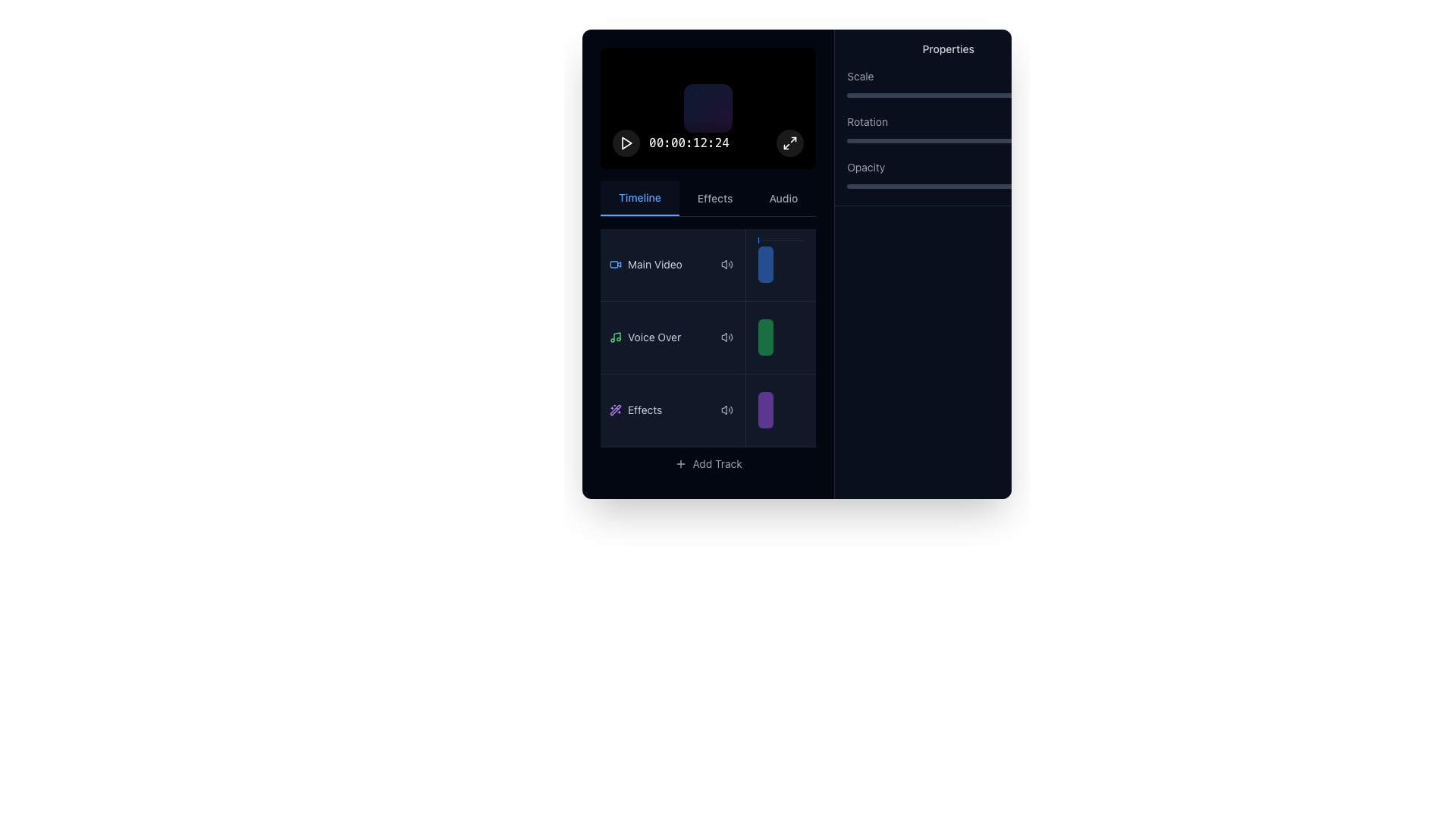 The width and height of the screenshot is (1456, 819). What do you see at coordinates (679, 463) in the screenshot?
I see `the plus symbol icon within the 'Add Track' button located at the bottom of the timeline panel` at bounding box center [679, 463].